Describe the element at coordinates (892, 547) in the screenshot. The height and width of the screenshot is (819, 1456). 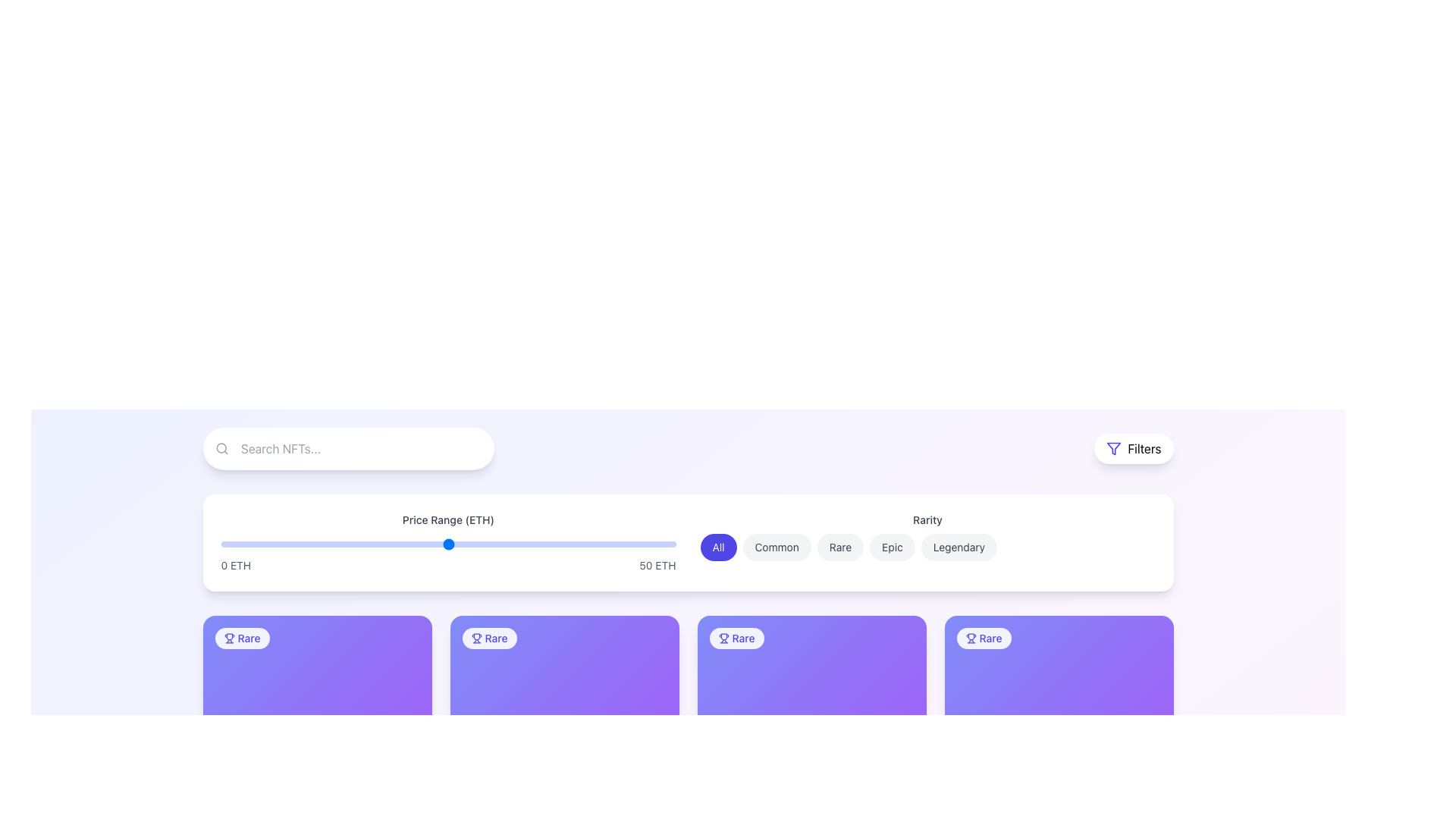
I see `the 'Epic' rarity filter button, which is the fourth button in the group under the 'Rarity' section` at that location.